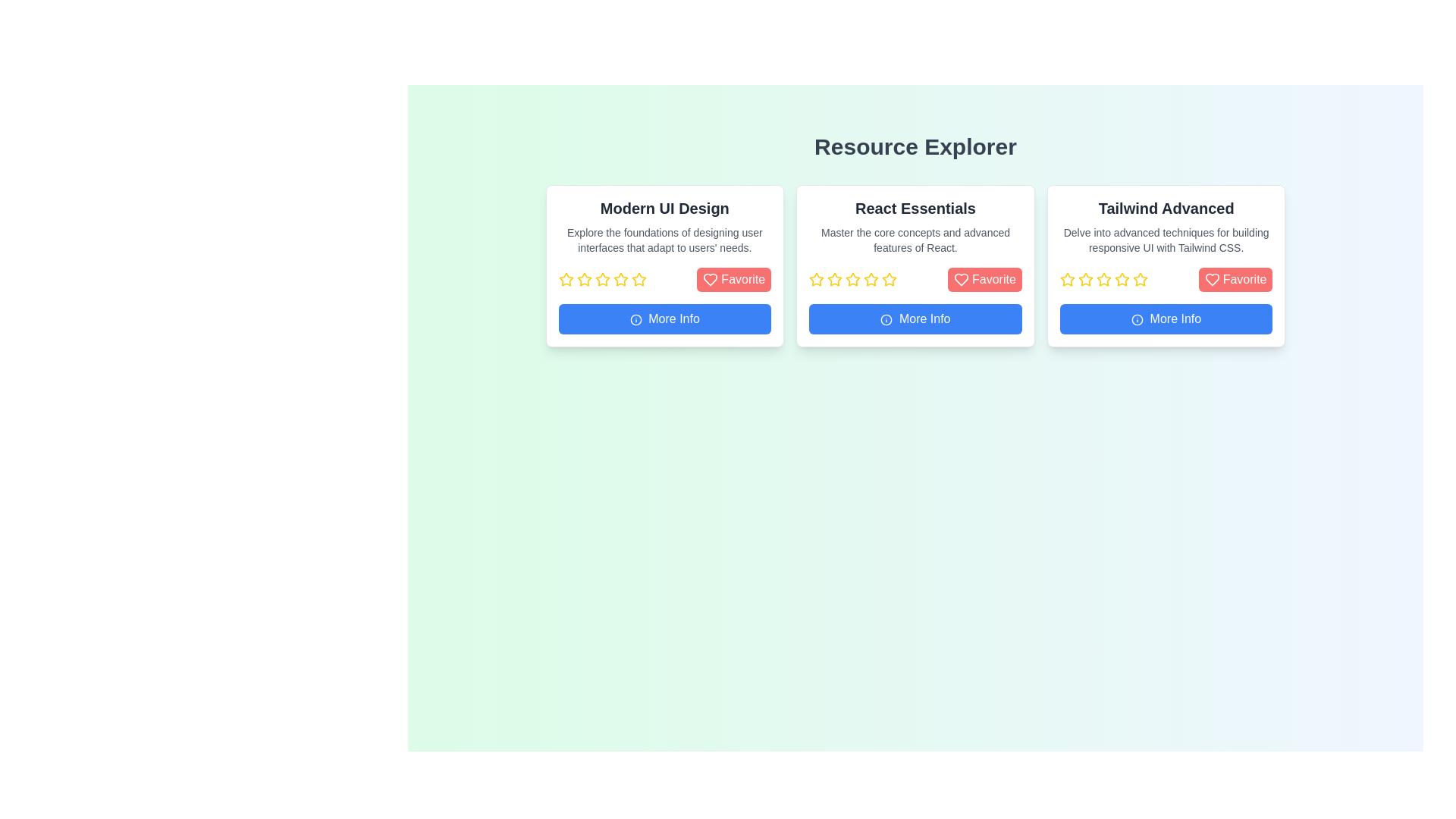 Image resolution: width=1456 pixels, height=819 pixels. What do you see at coordinates (871, 279) in the screenshot?
I see `the third star icon` at bounding box center [871, 279].